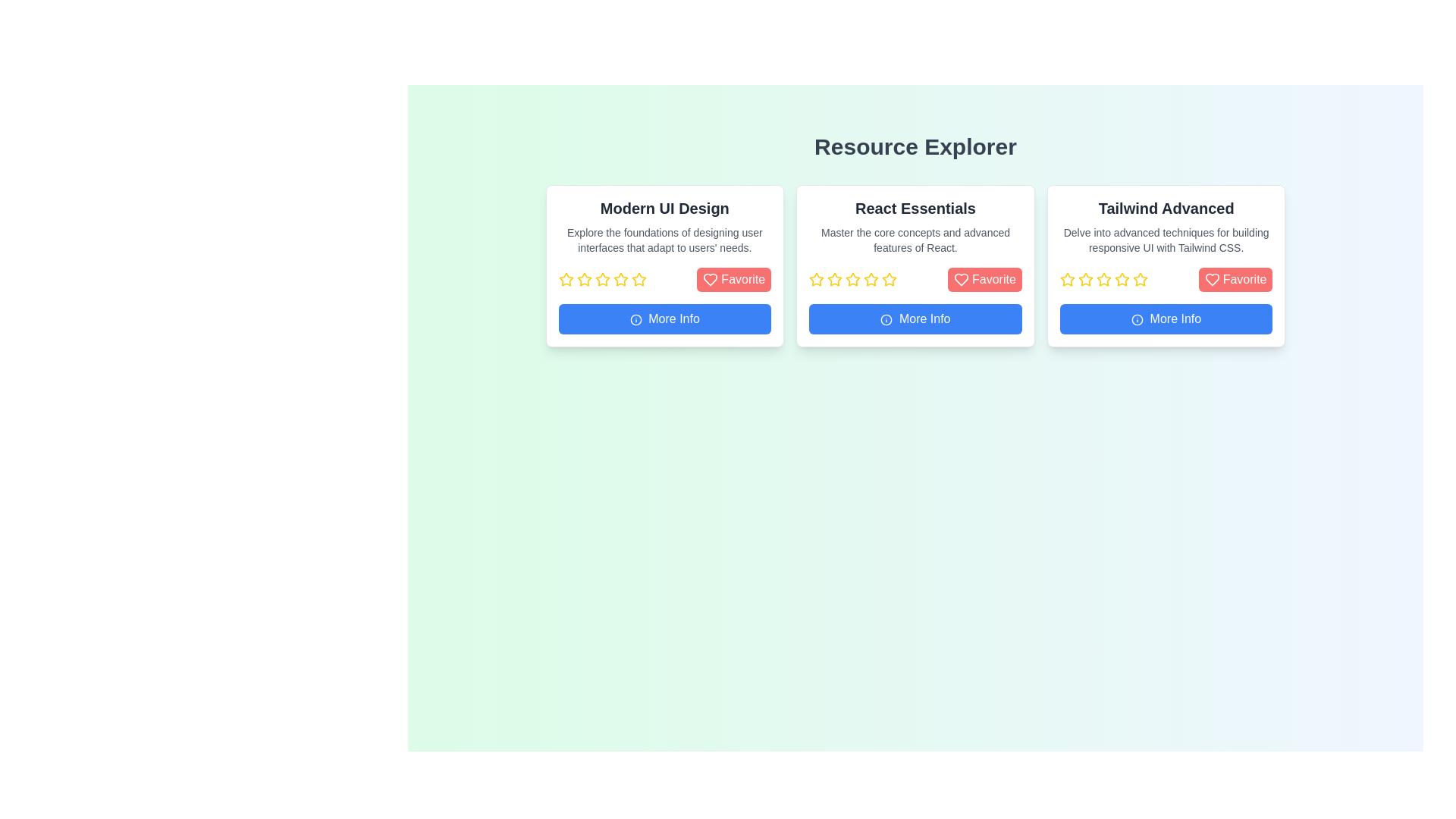 Image resolution: width=1456 pixels, height=819 pixels. What do you see at coordinates (871, 279) in the screenshot?
I see `the third star icon` at bounding box center [871, 279].